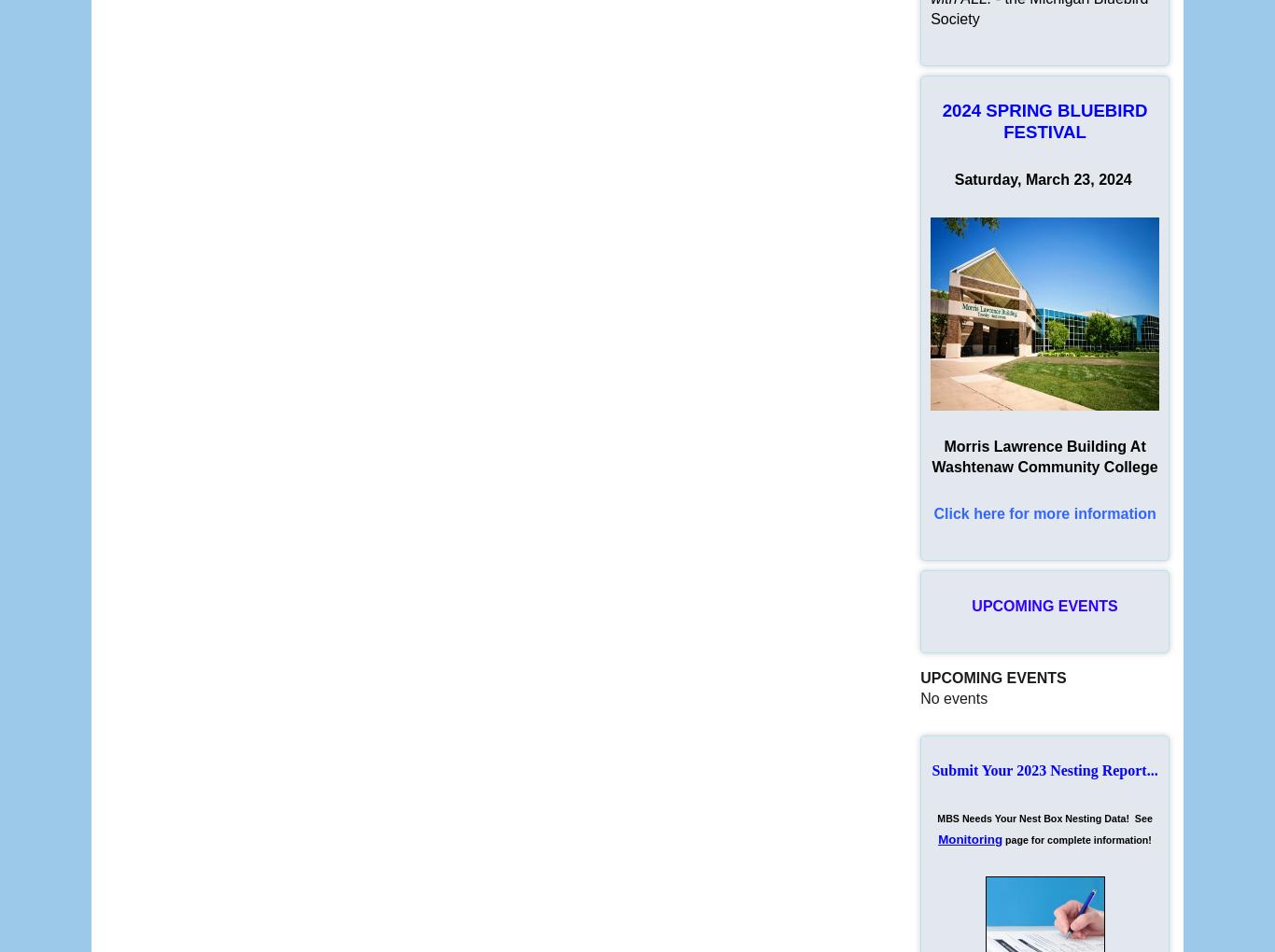 This screenshot has width=1275, height=952. What do you see at coordinates (1044, 456) in the screenshot?
I see `'Morris Lawrence Building At Washtenaw Community College'` at bounding box center [1044, 456].